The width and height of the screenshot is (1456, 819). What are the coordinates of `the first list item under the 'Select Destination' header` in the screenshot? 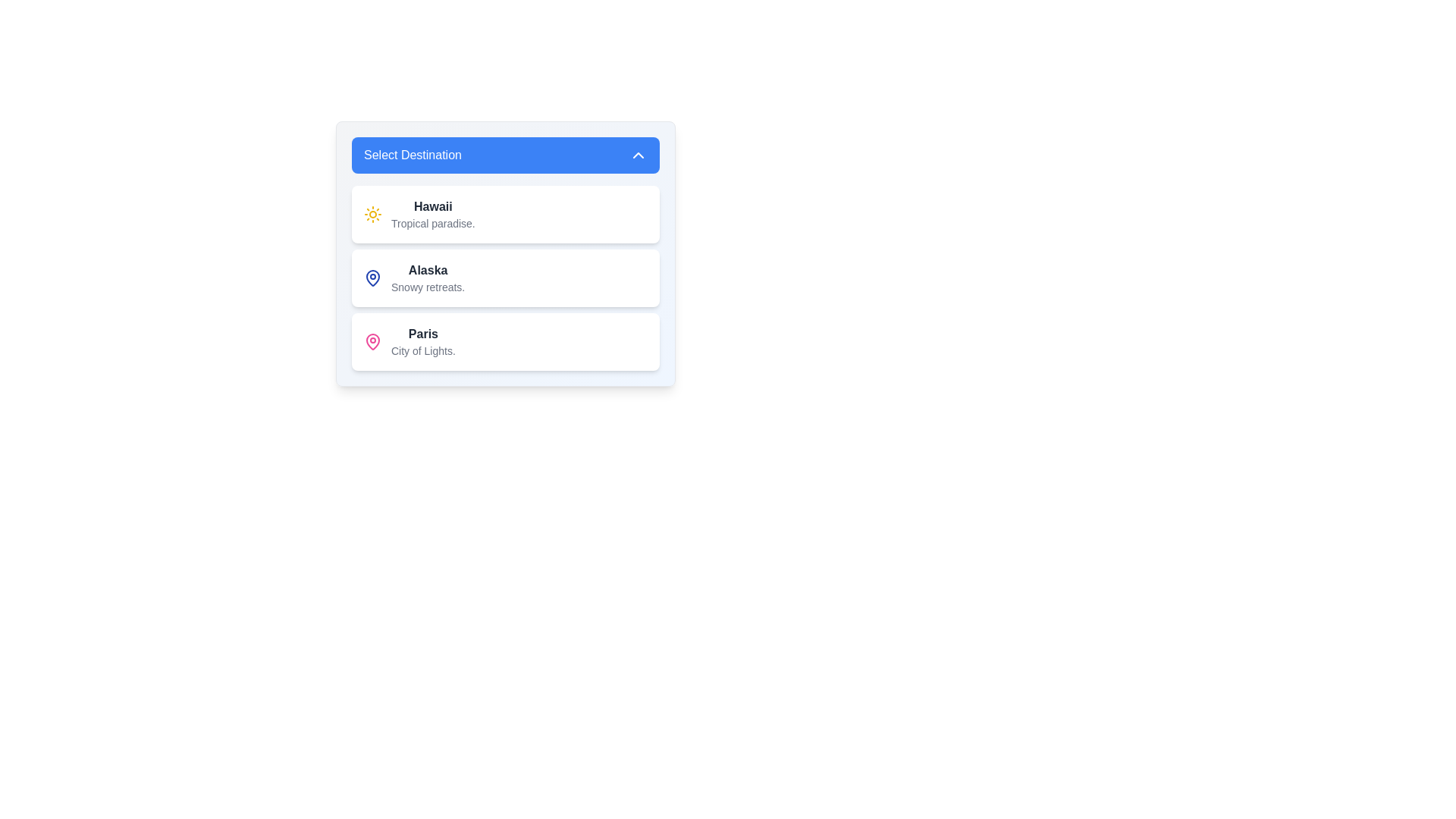 It's located at (419, 214).